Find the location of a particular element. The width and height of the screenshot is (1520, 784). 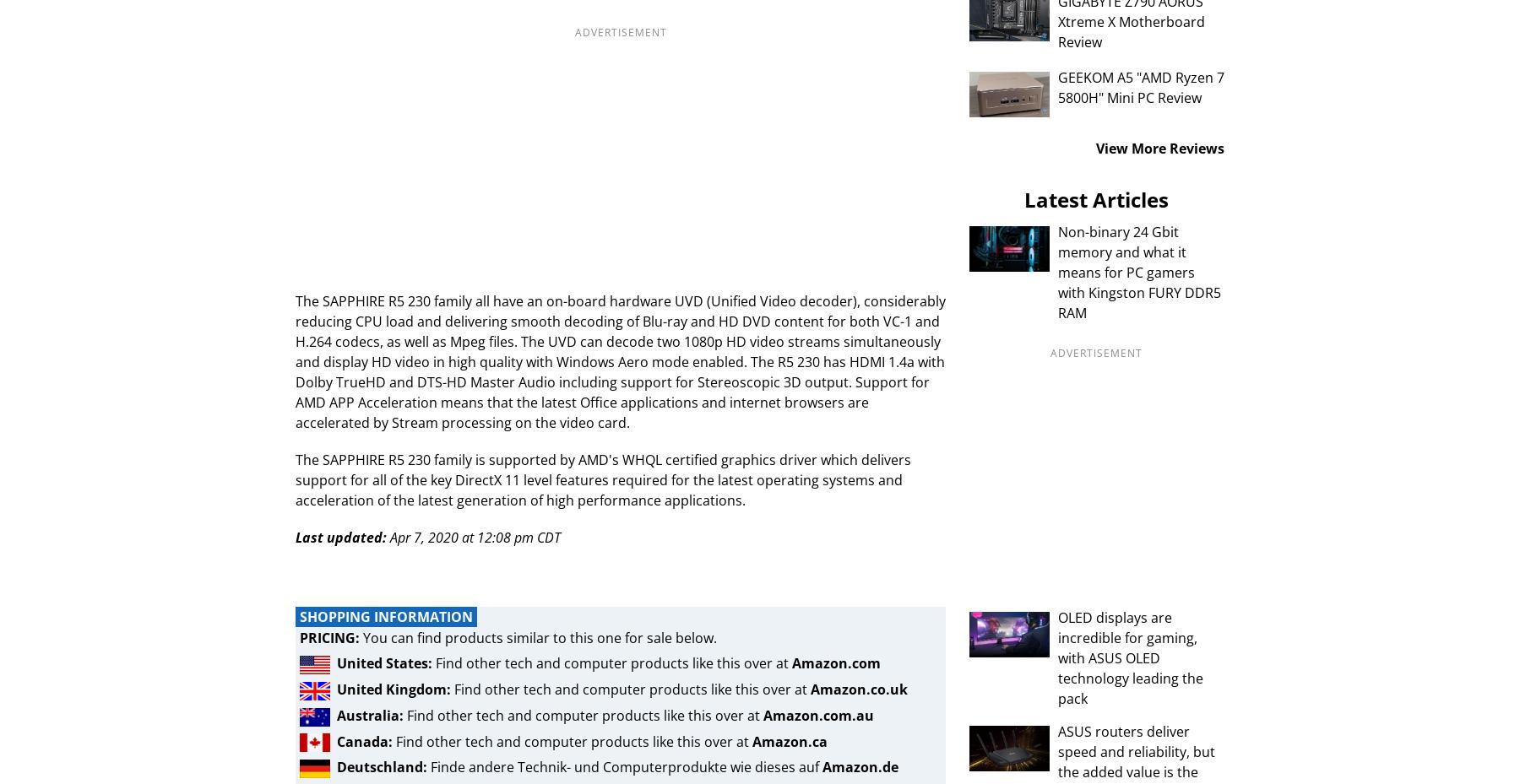

'View More Reviews' is located at coordinates (1095, 149).